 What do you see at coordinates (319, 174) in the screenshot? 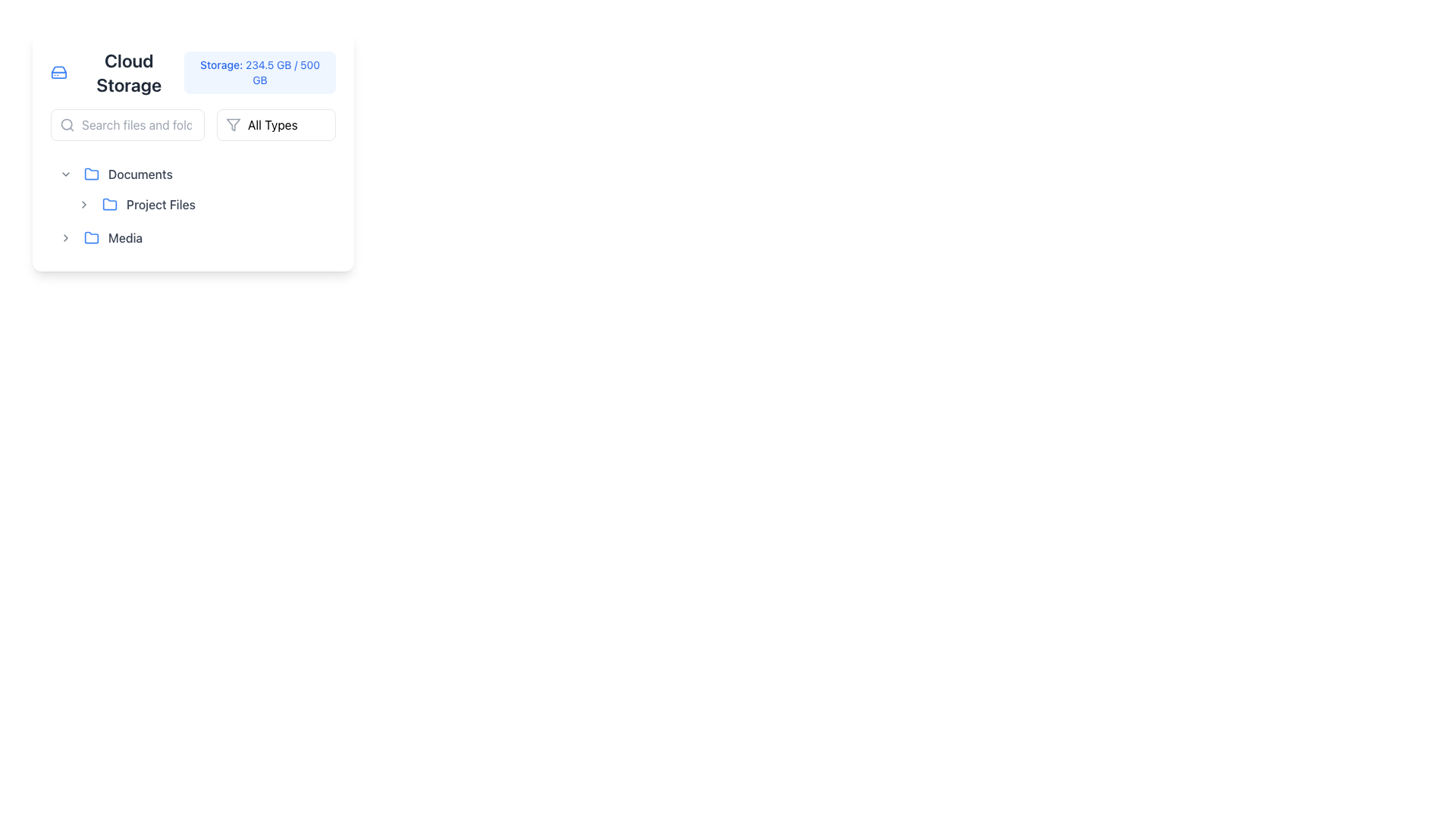
I see `the overflow options menu button located at the right end of the horizontal toolbar above the list structure` at bounding box center [319, 174].